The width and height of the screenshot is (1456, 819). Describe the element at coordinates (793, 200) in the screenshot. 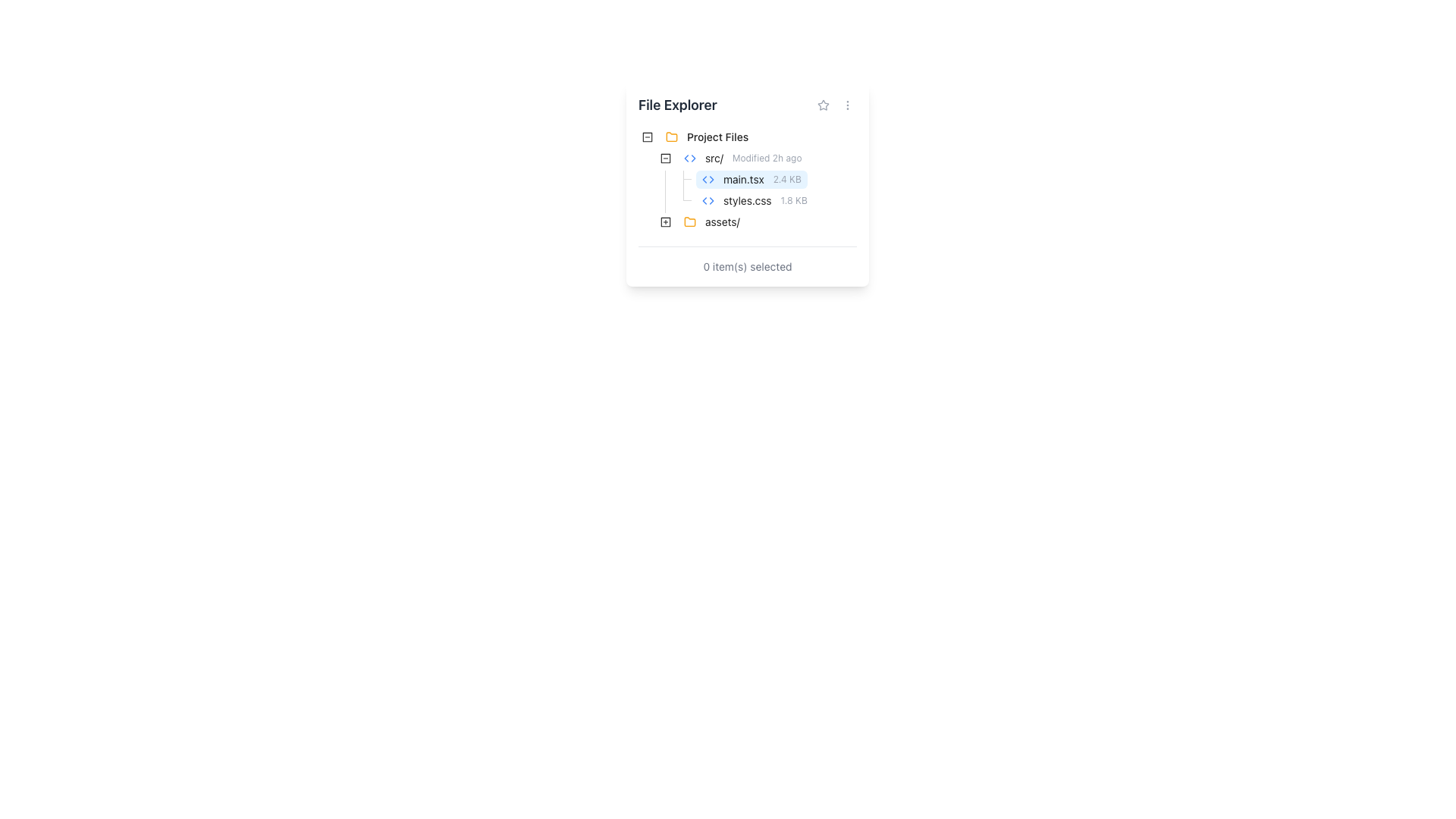

I see `displayed file size information from the text label showing '1.8 KB' for the file 'styles.css', which is located to the far right in the row that includes an SVG icon and the text 'styles.css'` at that location.